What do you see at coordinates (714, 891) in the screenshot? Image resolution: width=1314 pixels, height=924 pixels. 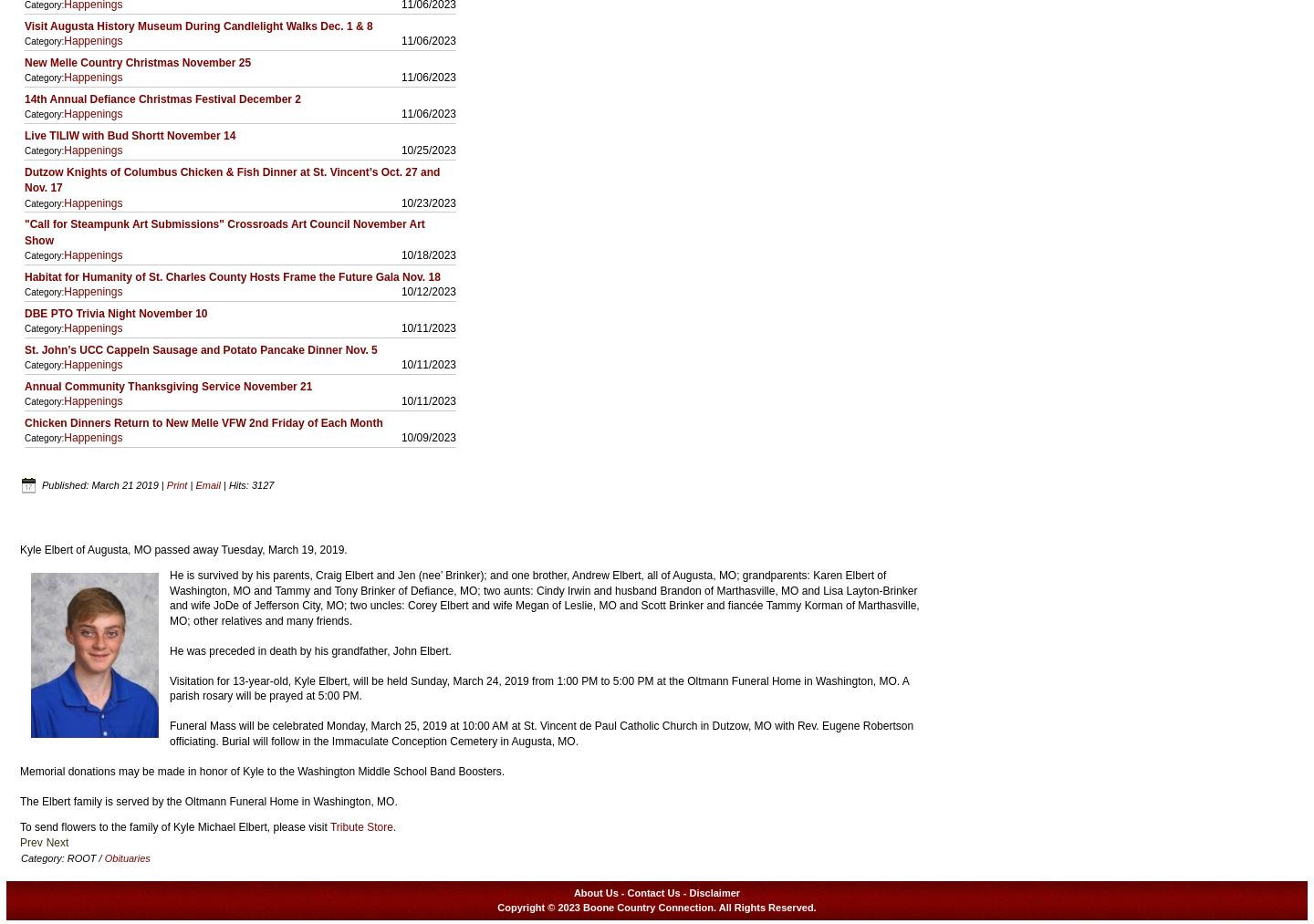 I see `'Disclaimer'` at bounding box center [714, 891].